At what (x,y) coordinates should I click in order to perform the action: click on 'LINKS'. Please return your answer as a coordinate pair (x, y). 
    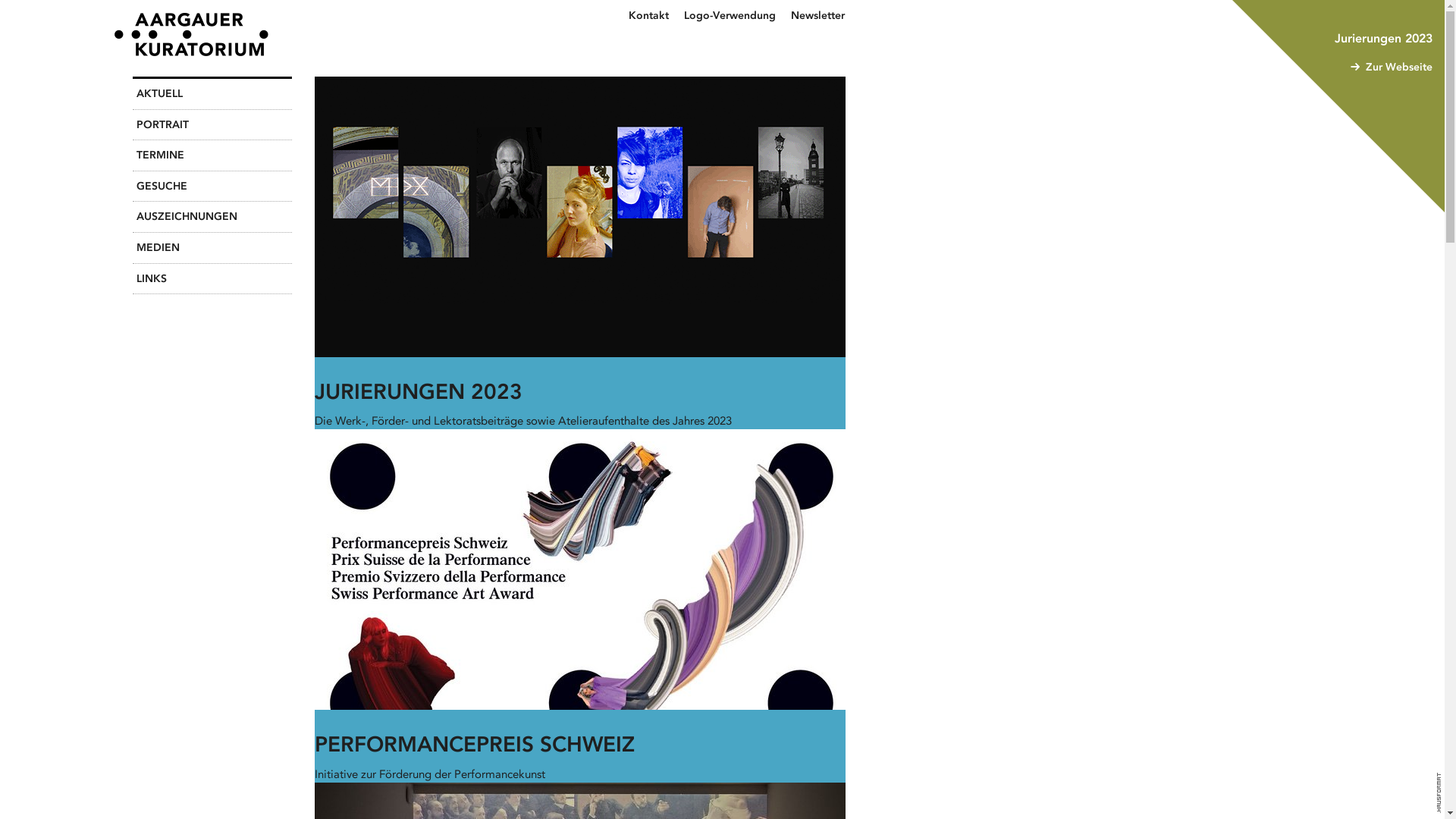
    Looking at the image, I should click on (211, 279).